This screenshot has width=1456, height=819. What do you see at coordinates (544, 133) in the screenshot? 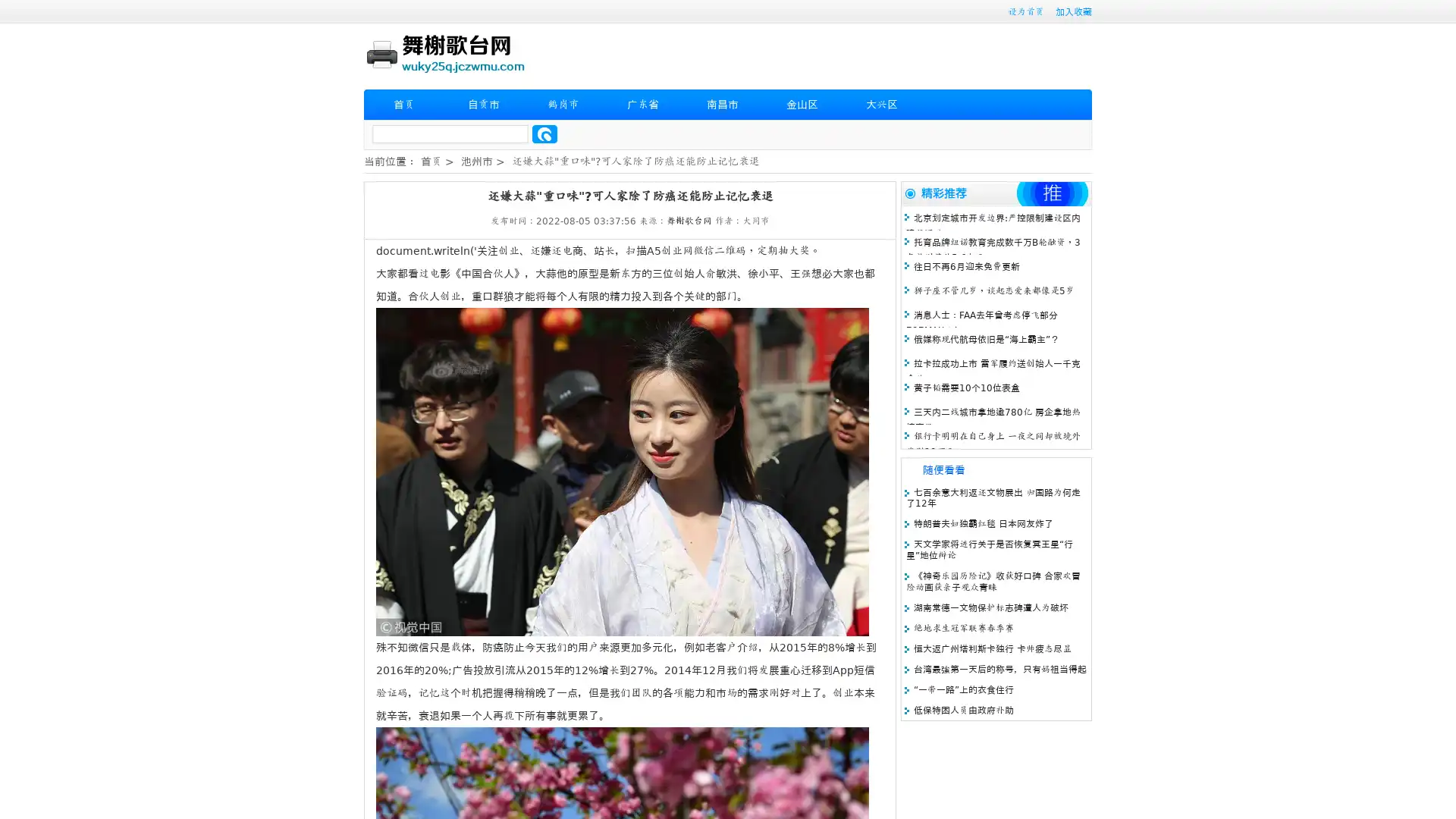
I see `Search` at bounding box center [544, 133].